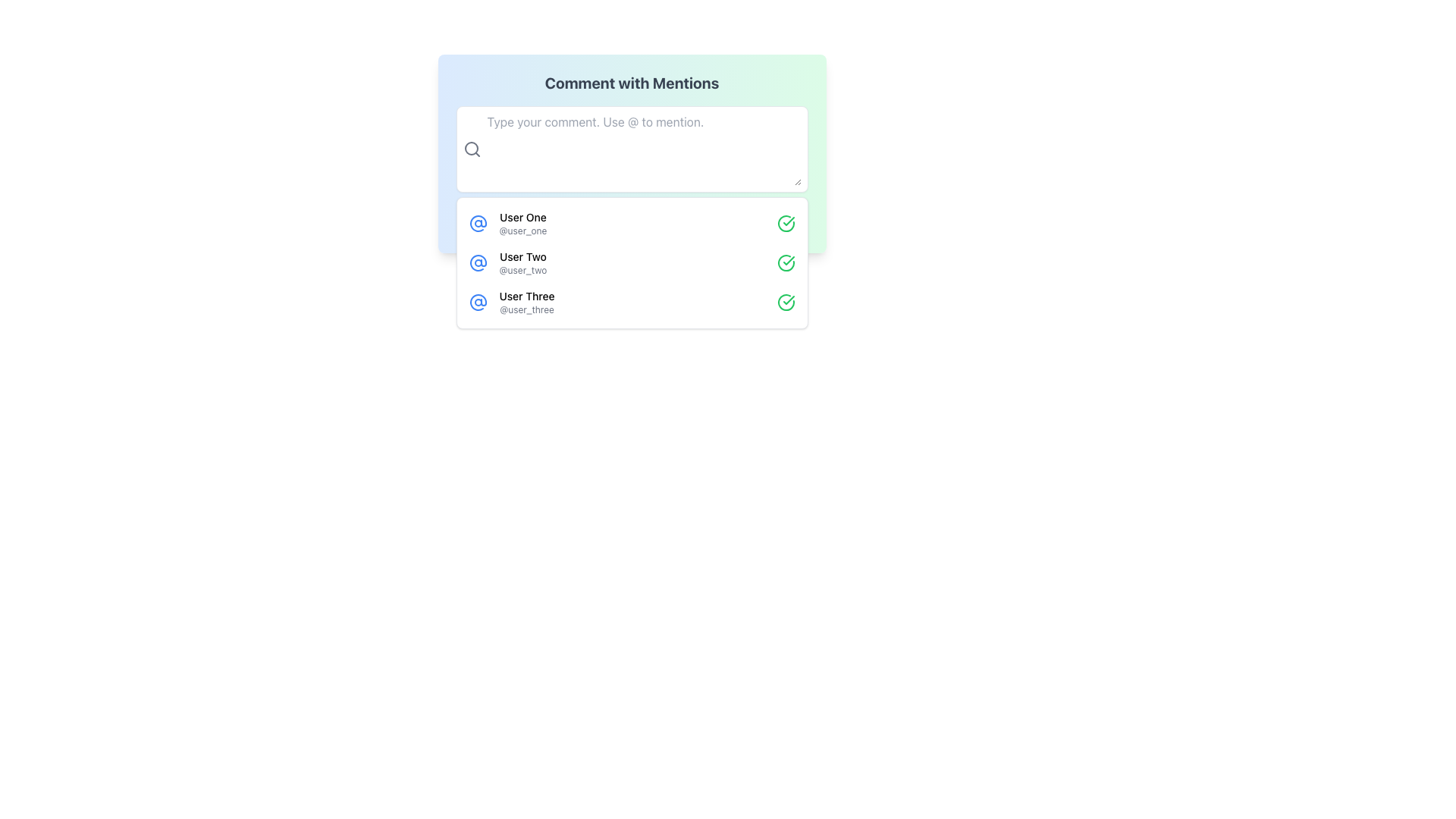  Describe the element at coordinates (789, 300) in the screenshot. I see `the green check mark inside the circular graphic indicating an approved status for the second user's entry in the list` at that location.